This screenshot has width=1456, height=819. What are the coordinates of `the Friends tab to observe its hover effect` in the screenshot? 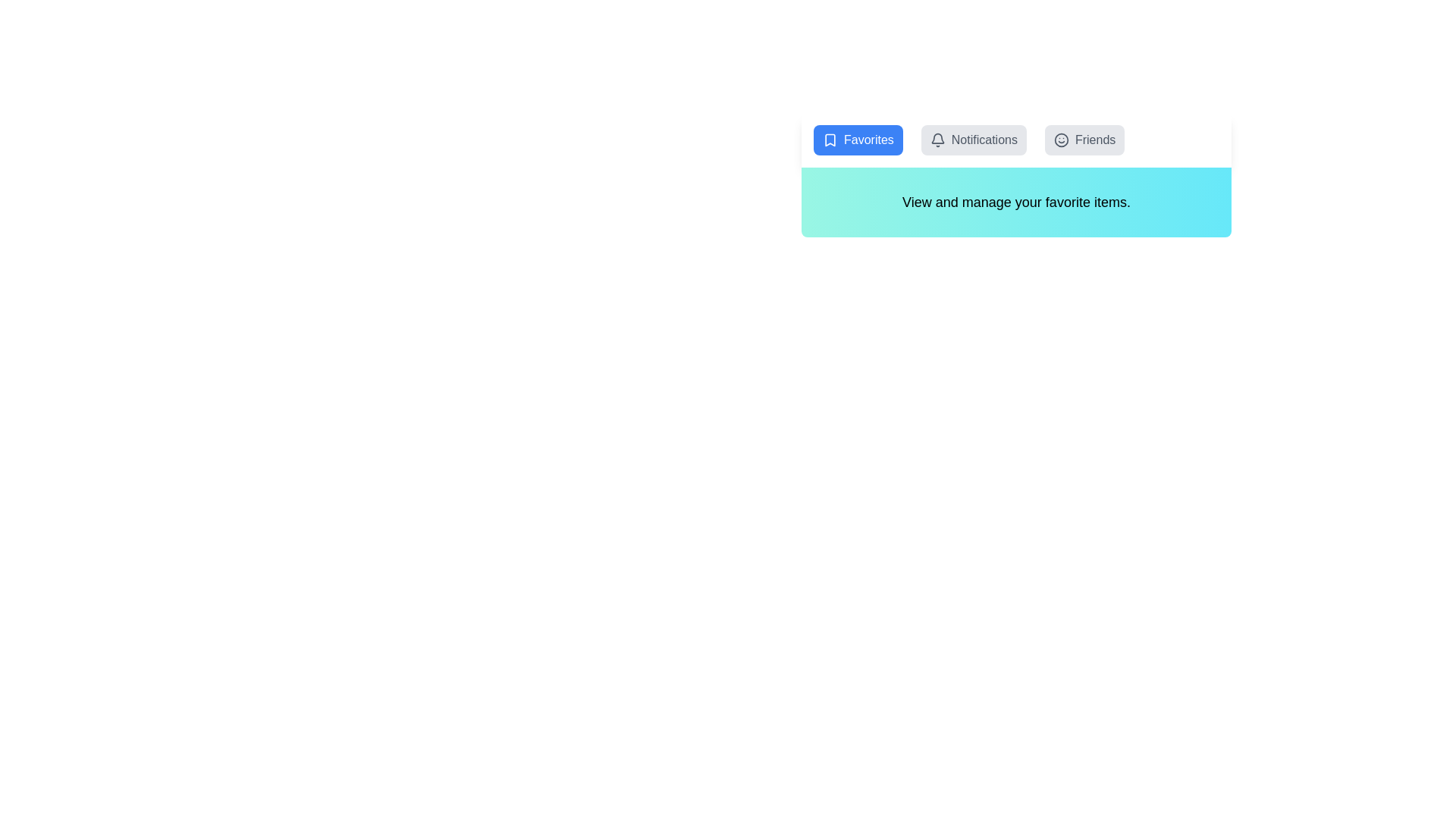 It's located at (1084, 140).